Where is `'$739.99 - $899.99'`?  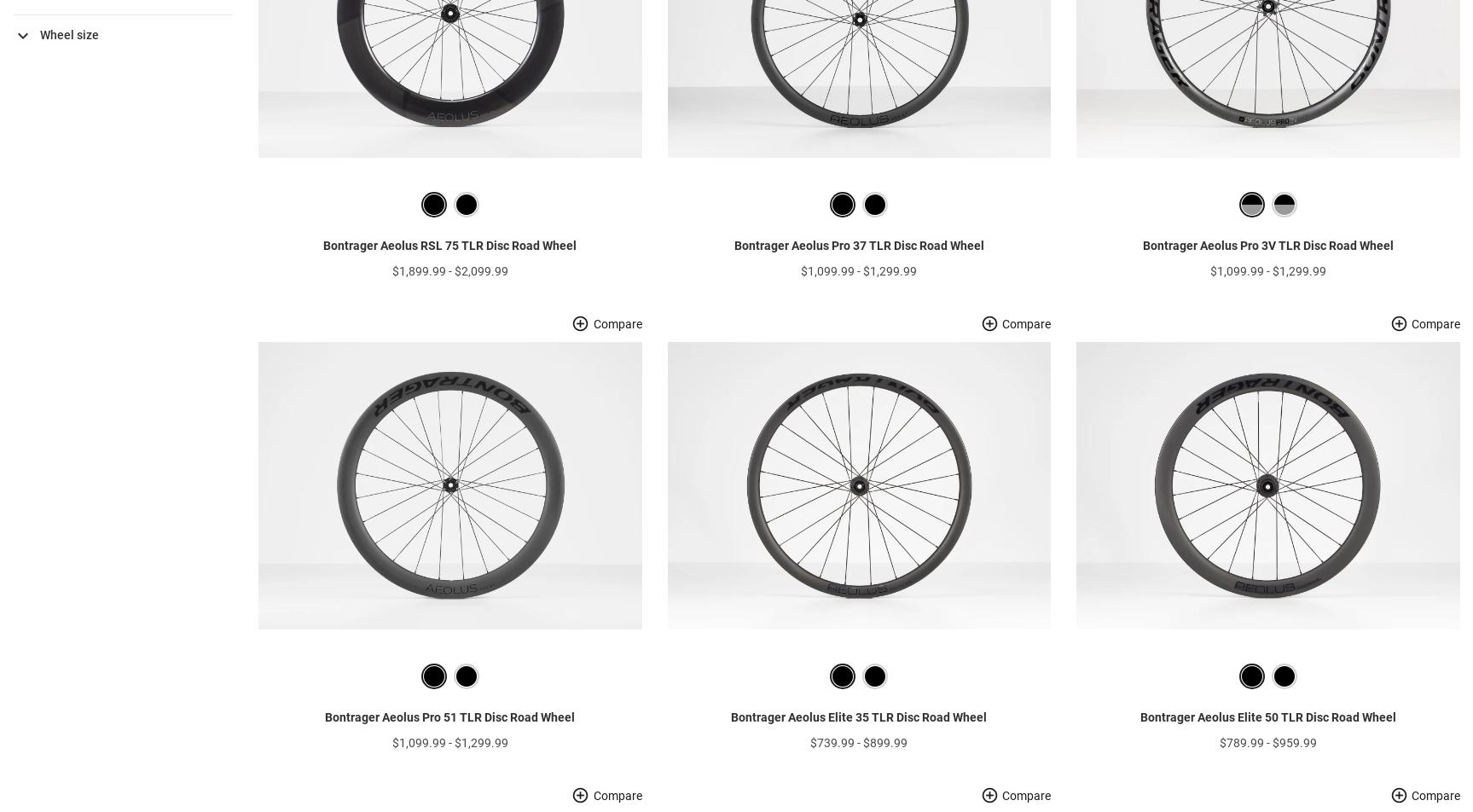
'$739.99 - $899.99' is located at coordinates (859, 768).